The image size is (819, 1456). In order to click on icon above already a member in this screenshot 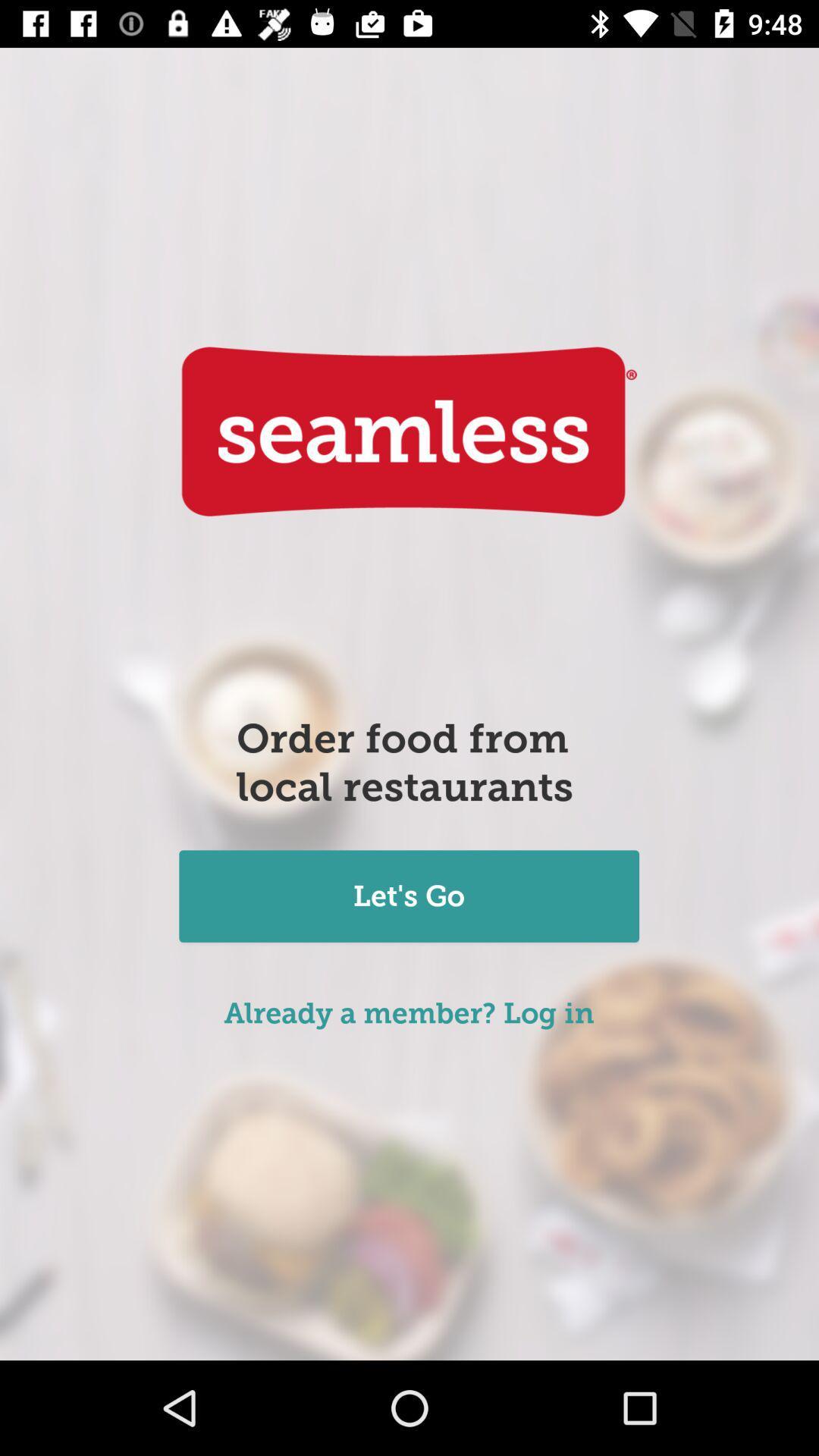, I will do `click(408, 898)`.